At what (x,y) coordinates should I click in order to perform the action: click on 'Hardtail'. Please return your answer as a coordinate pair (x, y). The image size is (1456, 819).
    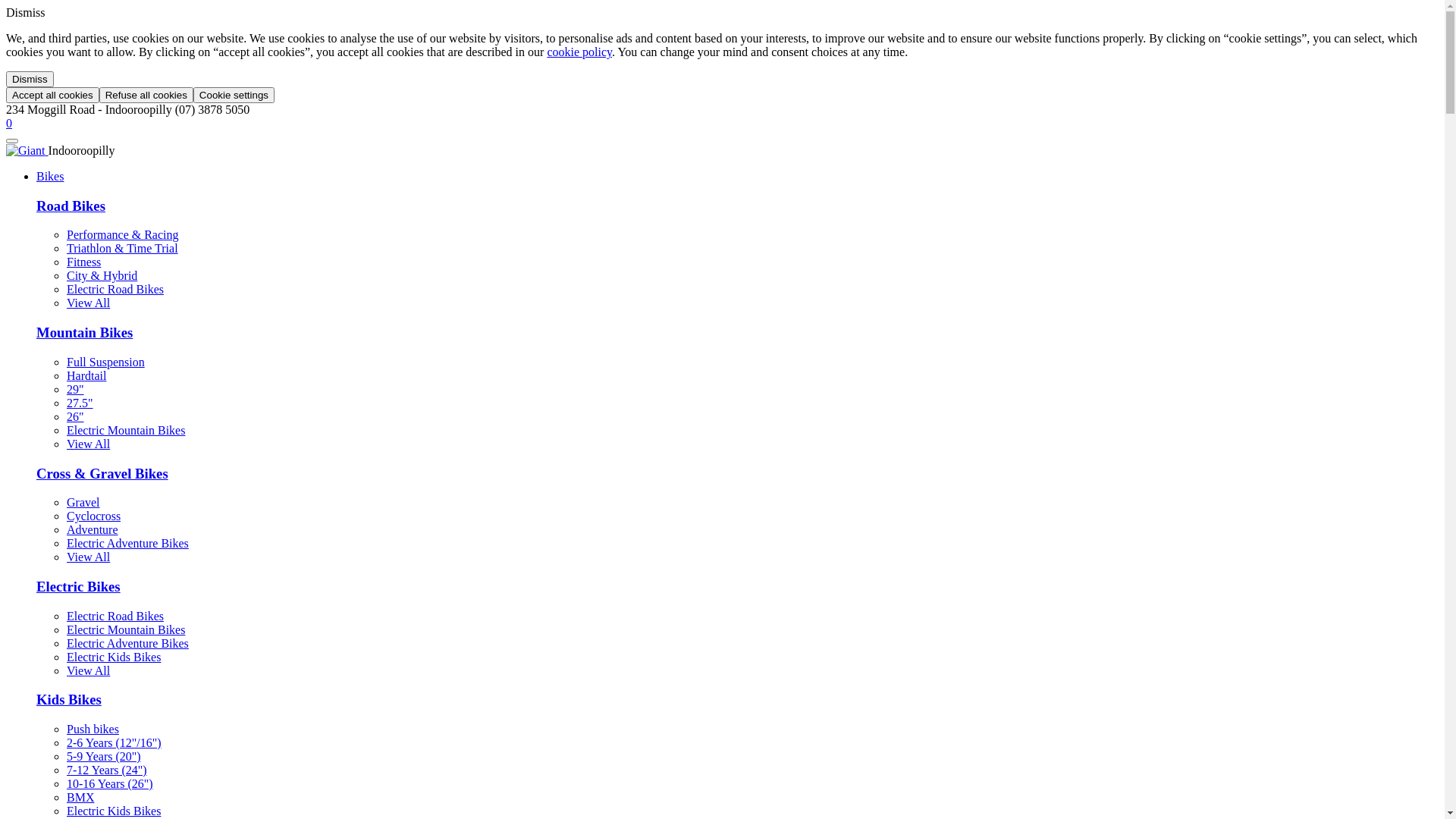
    Looking at the image, I should click on (86, 375).